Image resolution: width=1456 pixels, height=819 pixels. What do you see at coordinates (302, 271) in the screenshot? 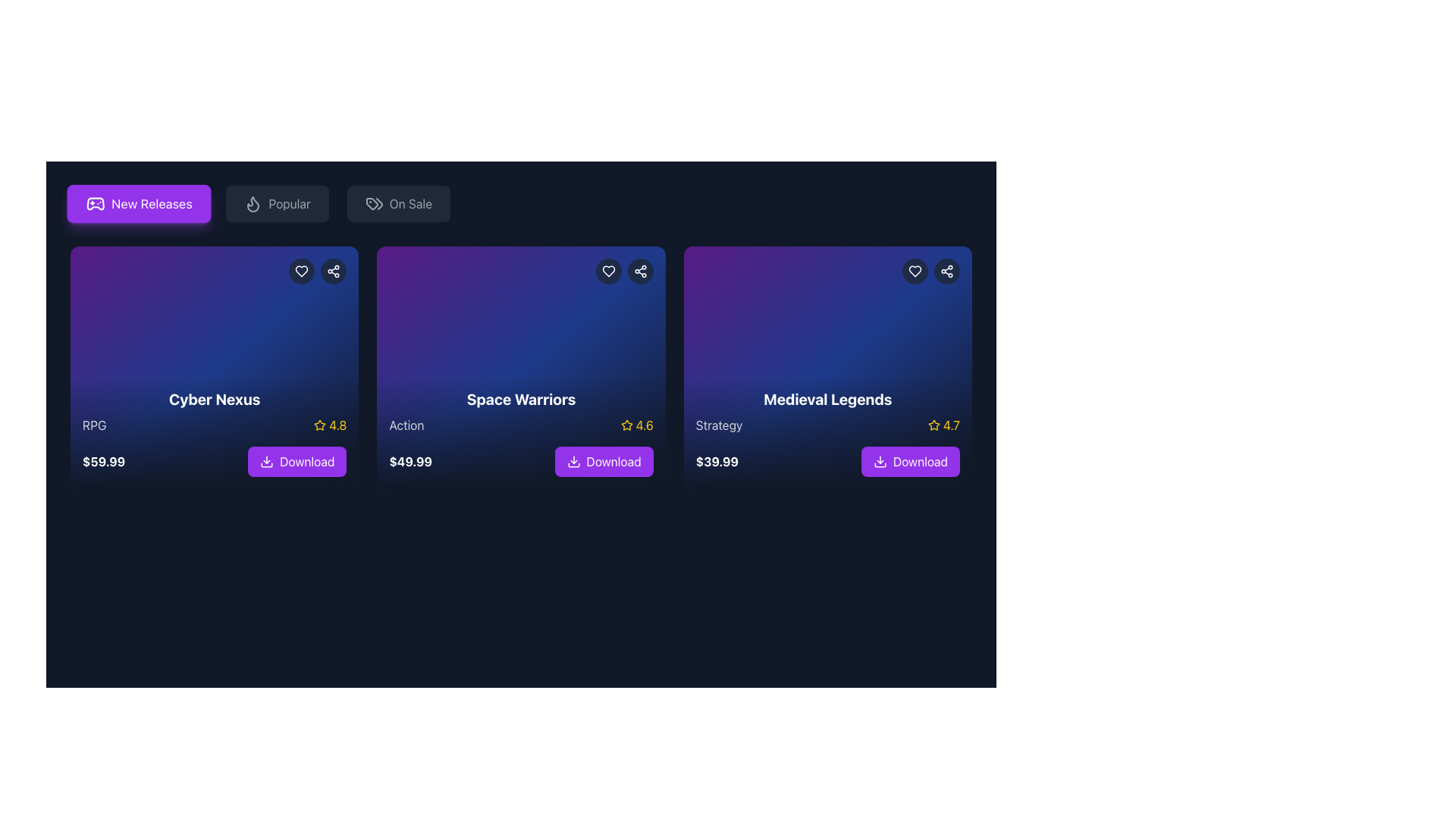
I see `the favorite button for the 'Cyber Nexus' game located at the top-right corner of the card` at bounding box center [302, 271].